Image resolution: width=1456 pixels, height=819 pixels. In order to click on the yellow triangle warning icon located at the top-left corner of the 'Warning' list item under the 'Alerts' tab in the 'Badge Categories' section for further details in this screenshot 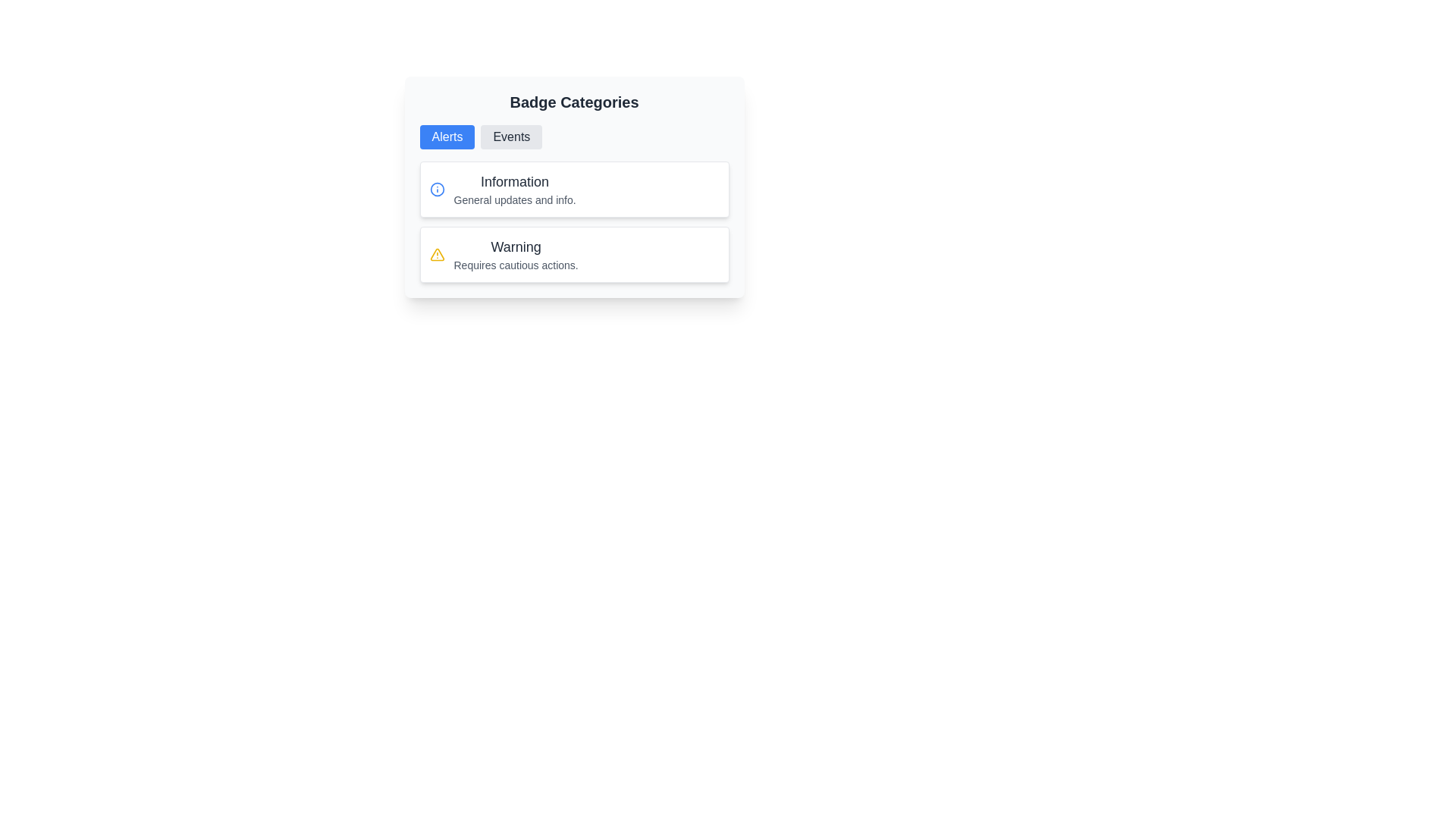, I will do `click(436, 253)`.